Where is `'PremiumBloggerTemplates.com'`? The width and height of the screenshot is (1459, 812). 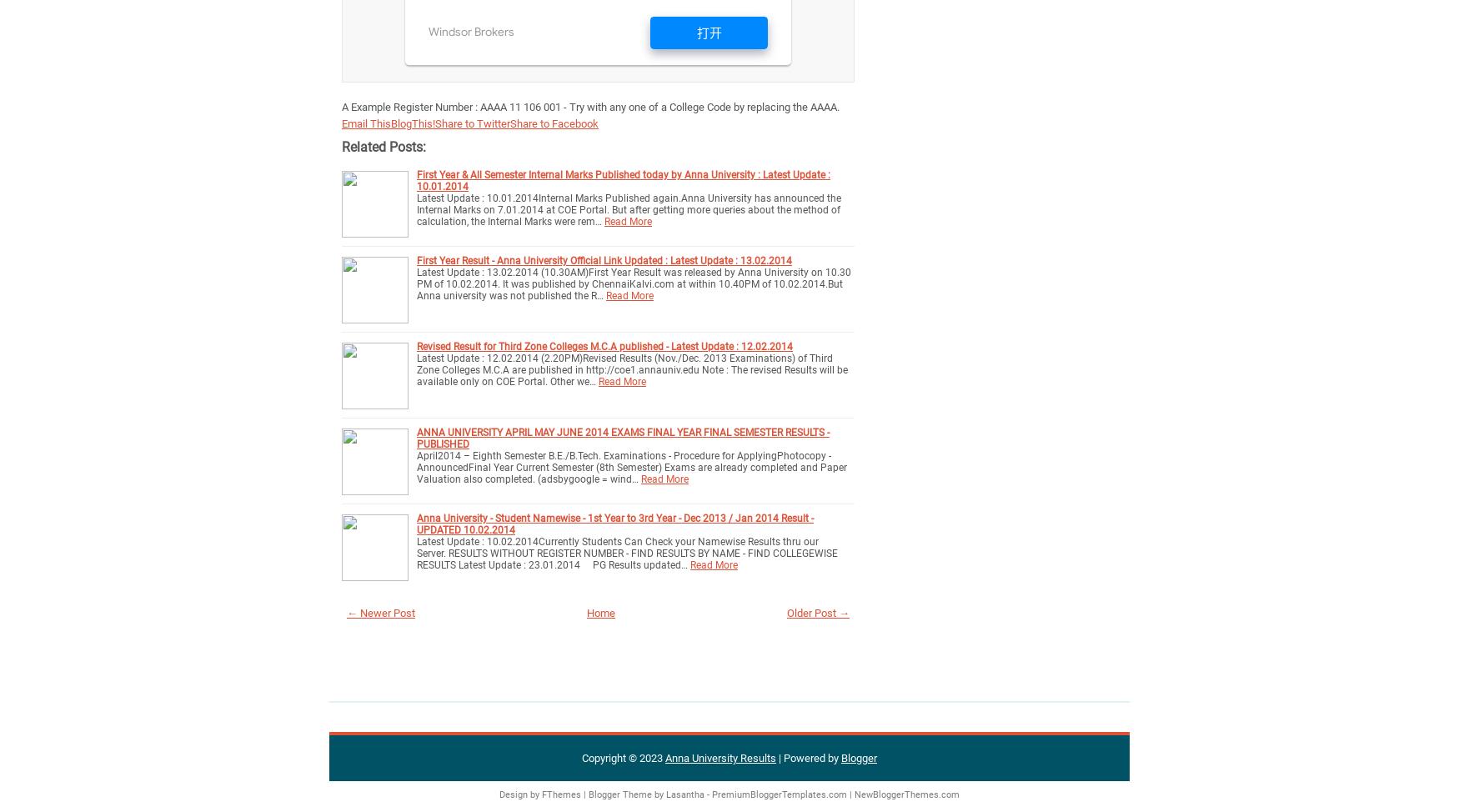 'PremiumBloggerTemplates.com' is located at coordinates (779, 794).